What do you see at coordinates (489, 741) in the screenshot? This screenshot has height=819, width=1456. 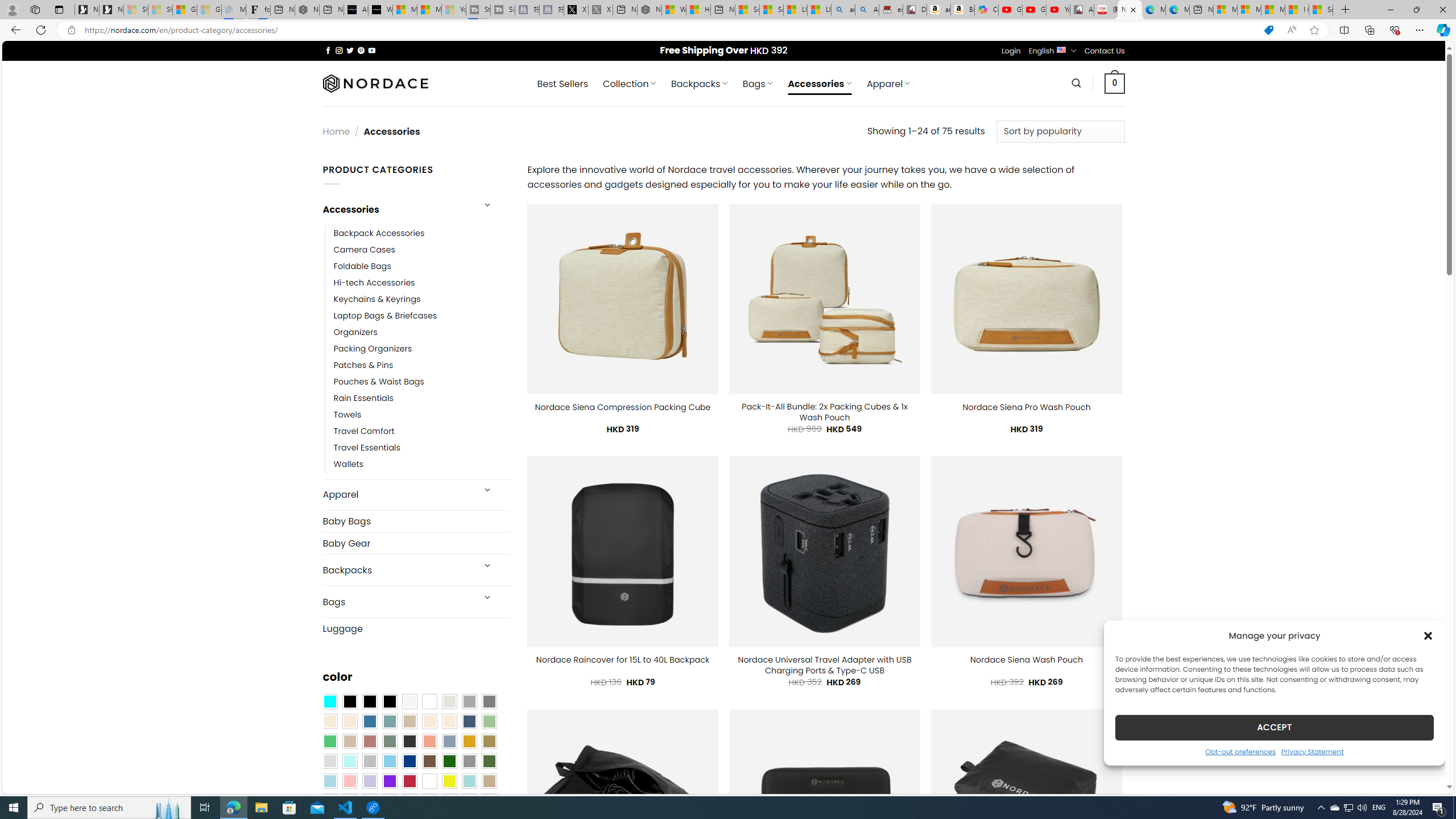 I see `'Kelp'` at bounding box center [489, 741].